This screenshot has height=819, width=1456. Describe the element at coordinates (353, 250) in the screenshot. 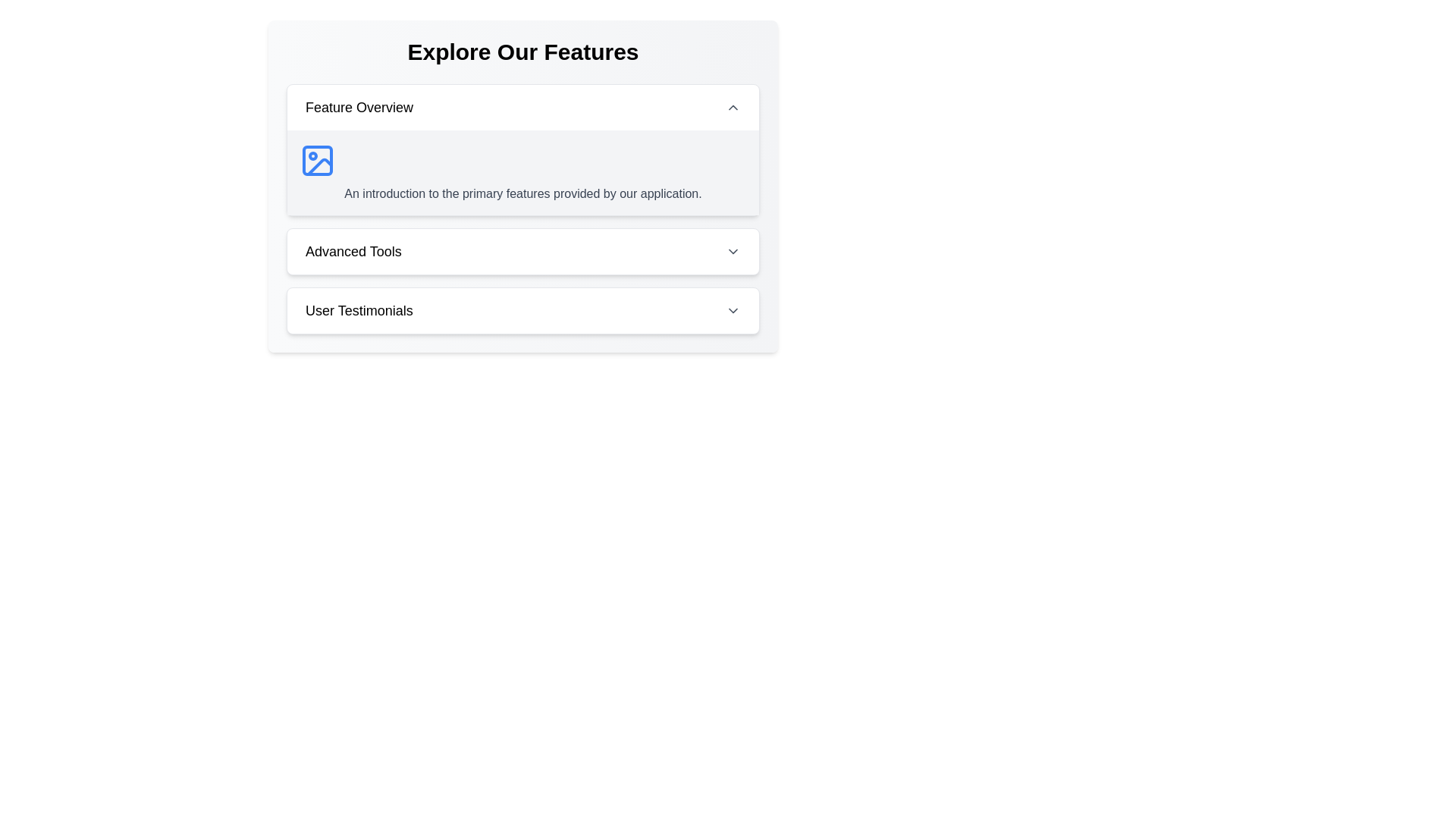

I see `the header text label that indicates advanced tools, positioned between 'Feature Overview' and 'User Testimonials'` at that location.